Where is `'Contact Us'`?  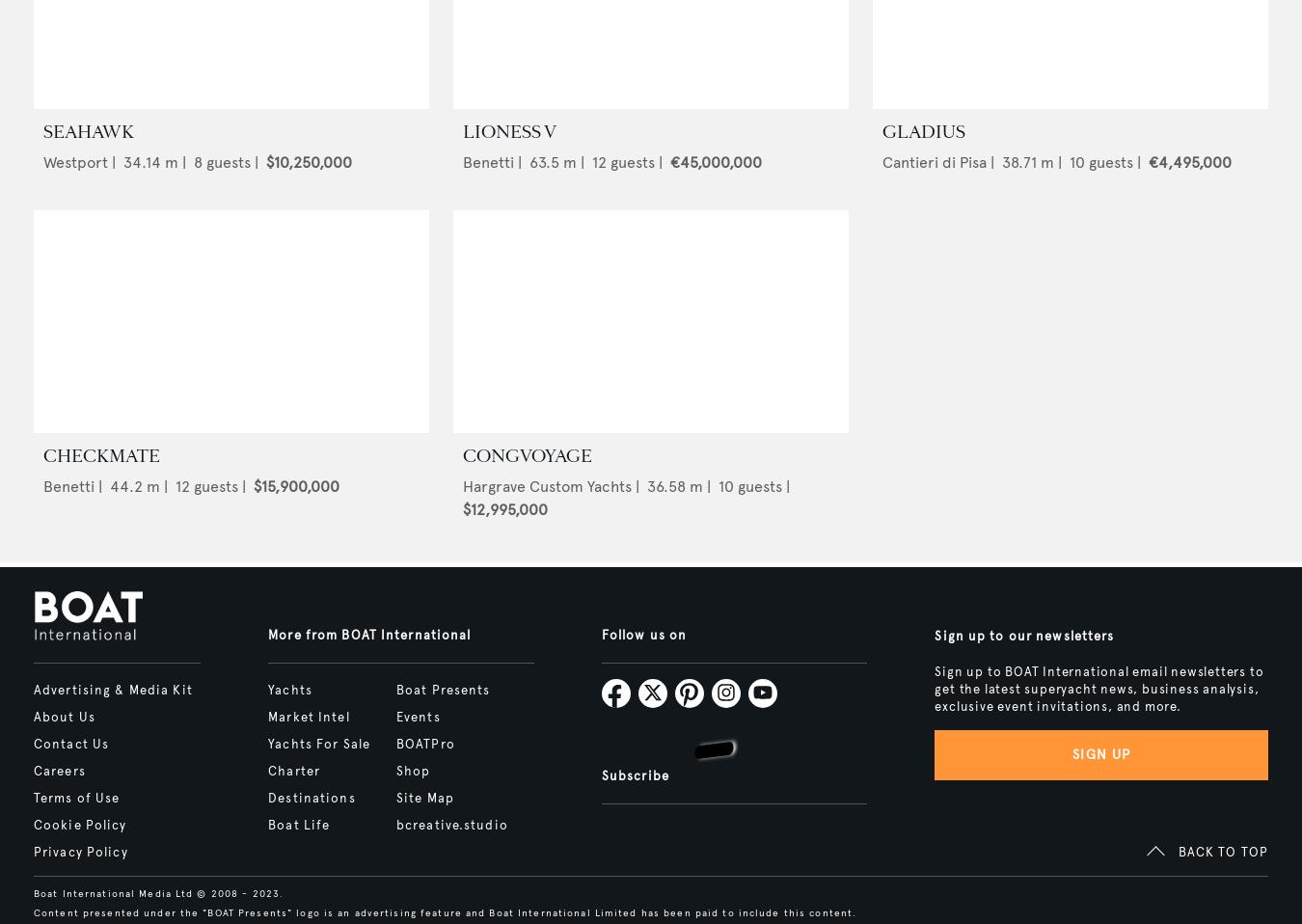
'Contact Us' is located at coordinates (69, 743).